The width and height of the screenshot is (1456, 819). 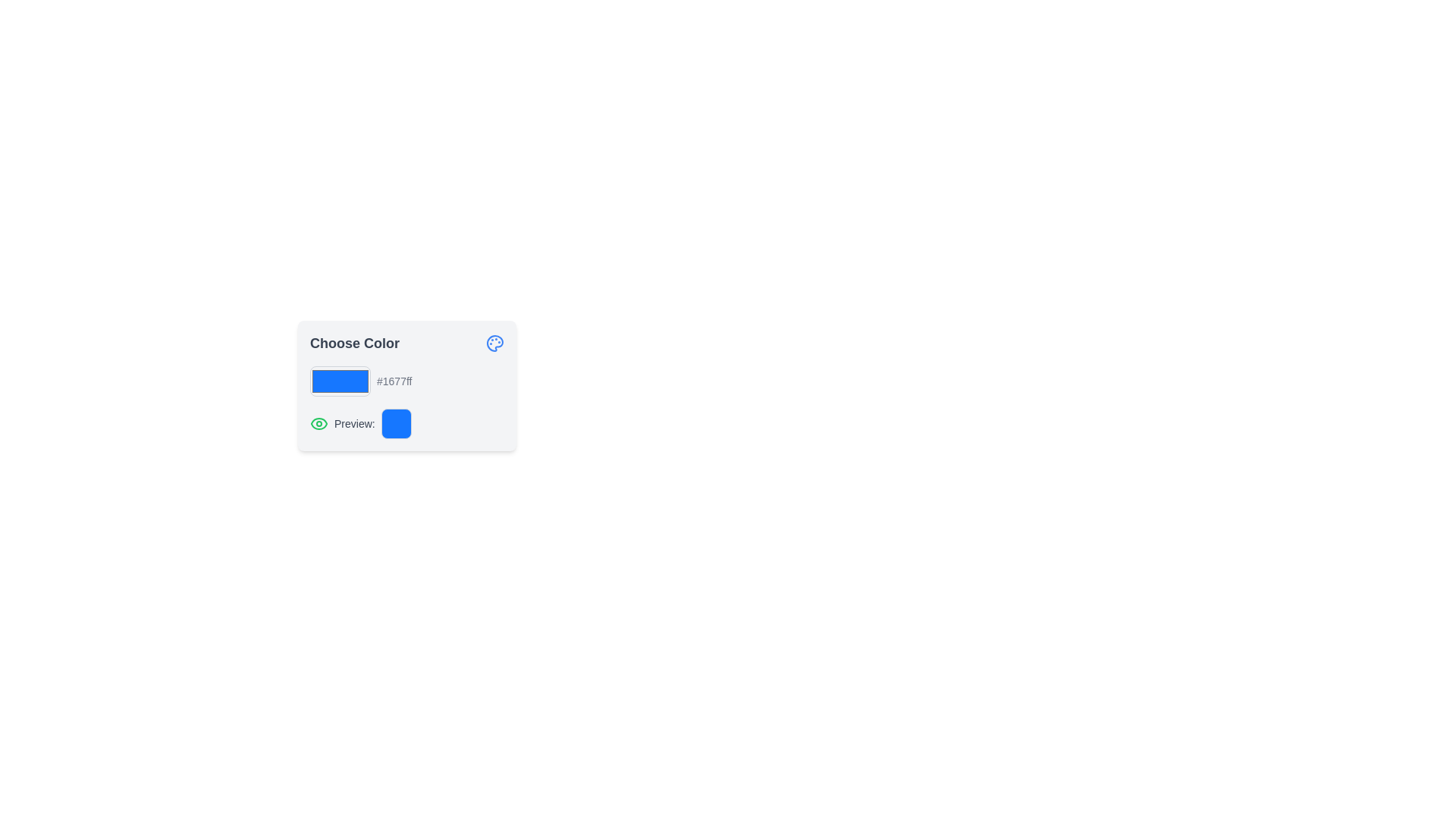 I want to click on the text label displaying the color code '#1677ff', so click(x=407, y=424).